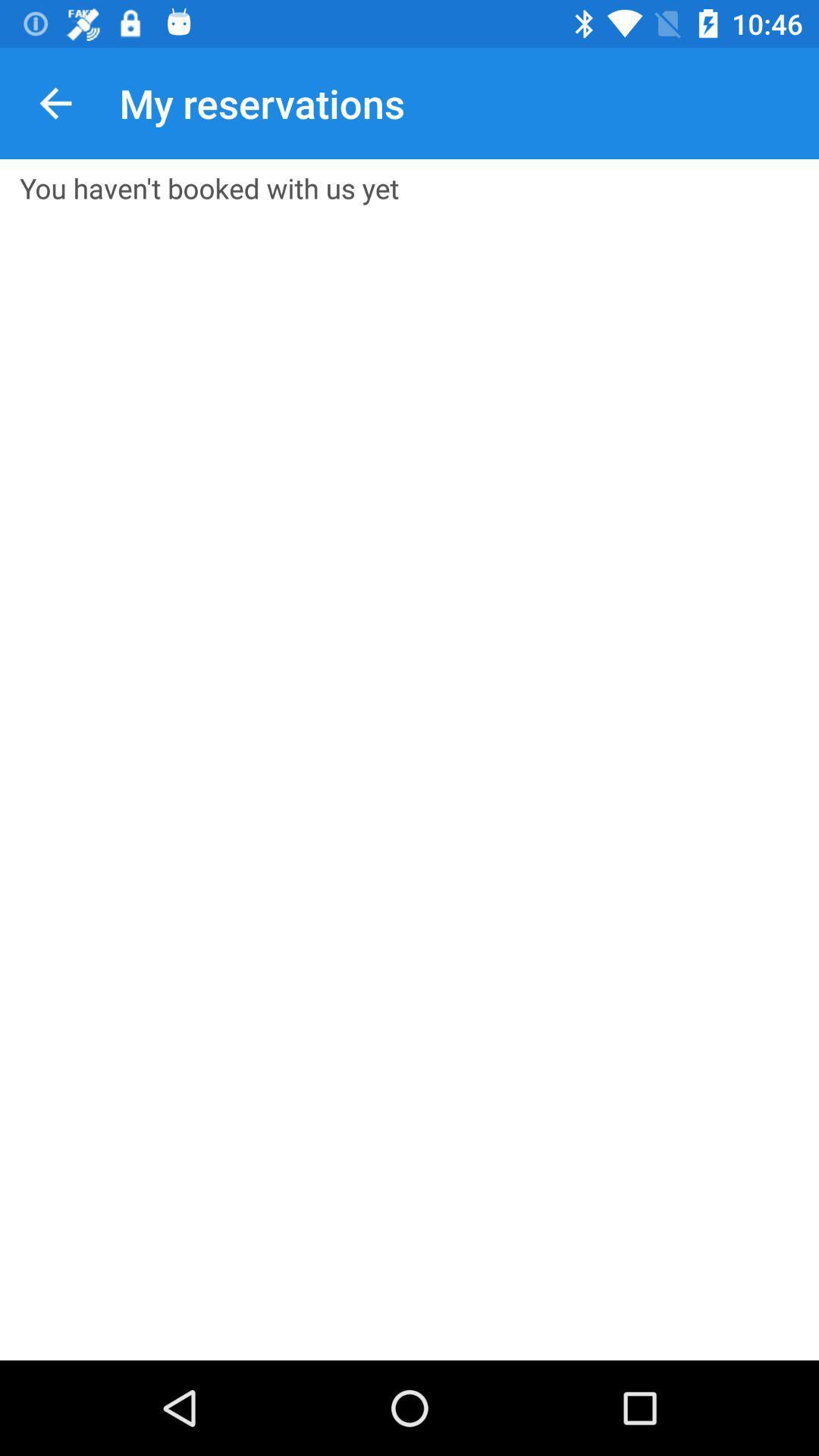 The image size is (819, 1456). What do you see at coordinates (55, 102) in the screenshot?
I see `the icon to the left of my reservations icon` at bounding box center [55, 102].